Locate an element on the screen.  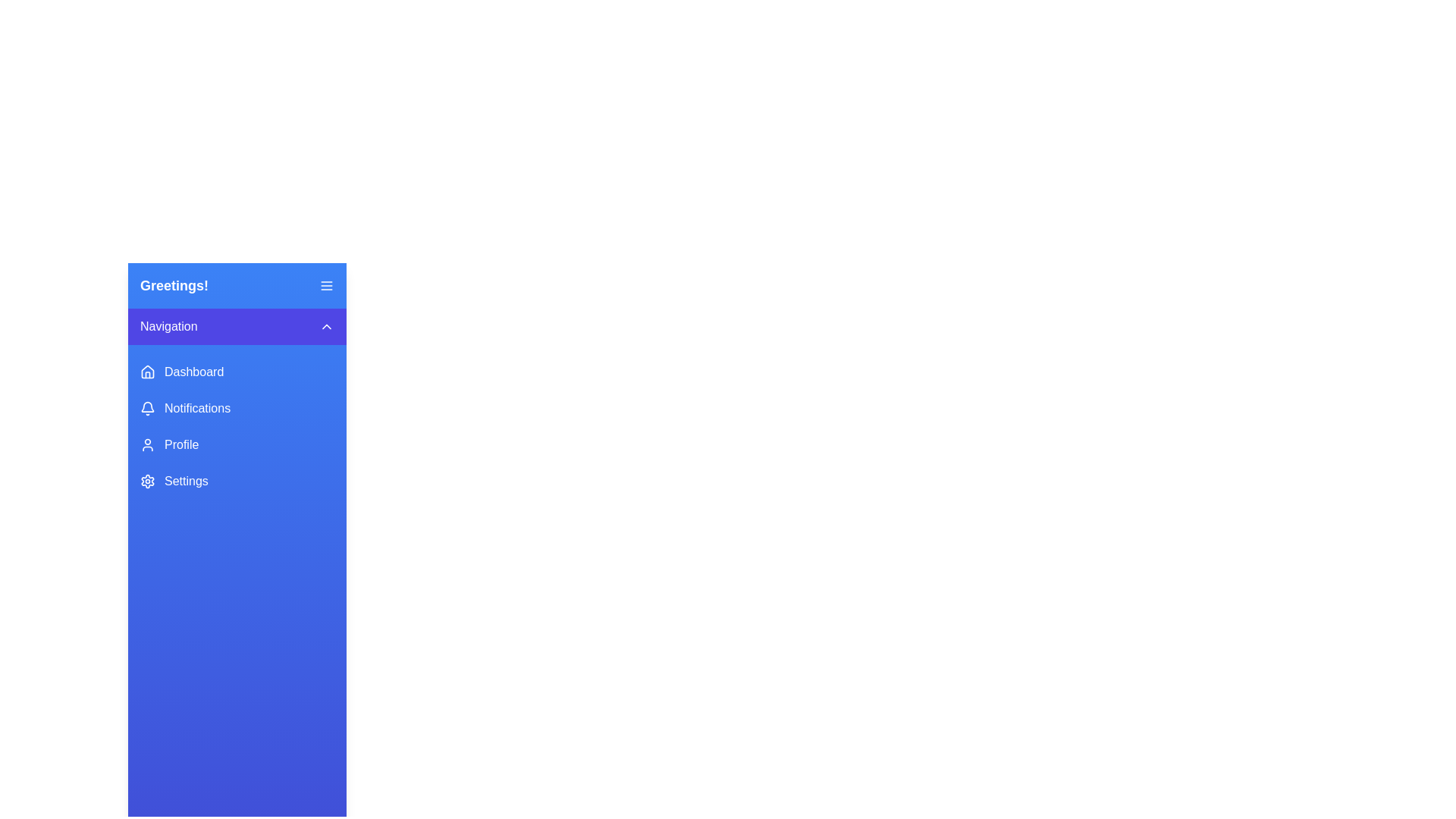
the 'Profile' text label in the vertical navigation menu, which is visually aligned to the right of the user icon is located at coordinates (181, 444).